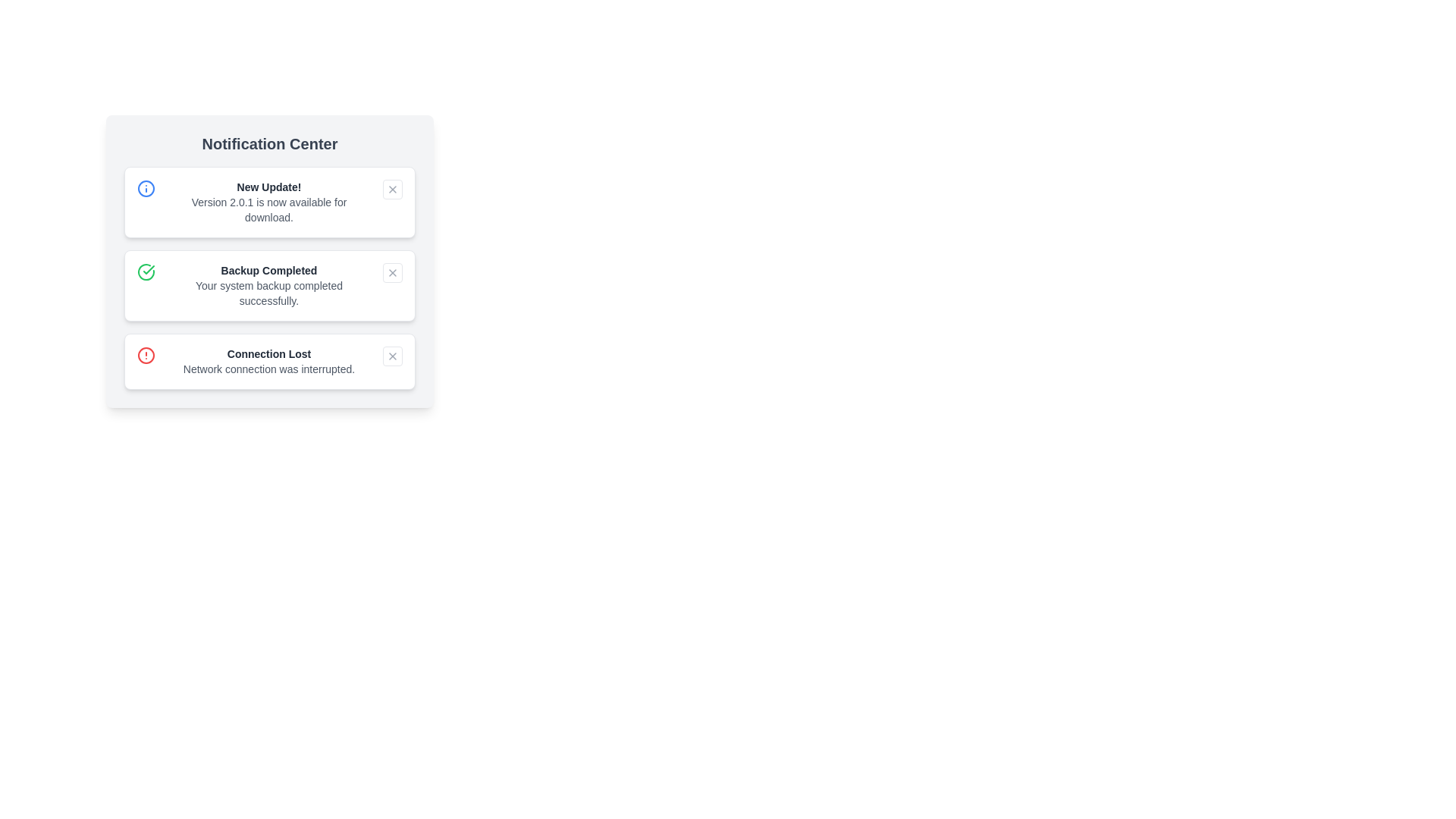  Describe the element at coordinates (269, 201) in the screenshot. I see `the interactive close button adjacent to the text information block that informs about the new application update (Version 2.0.1) located in the notification card at the top of the notification list` at that location.